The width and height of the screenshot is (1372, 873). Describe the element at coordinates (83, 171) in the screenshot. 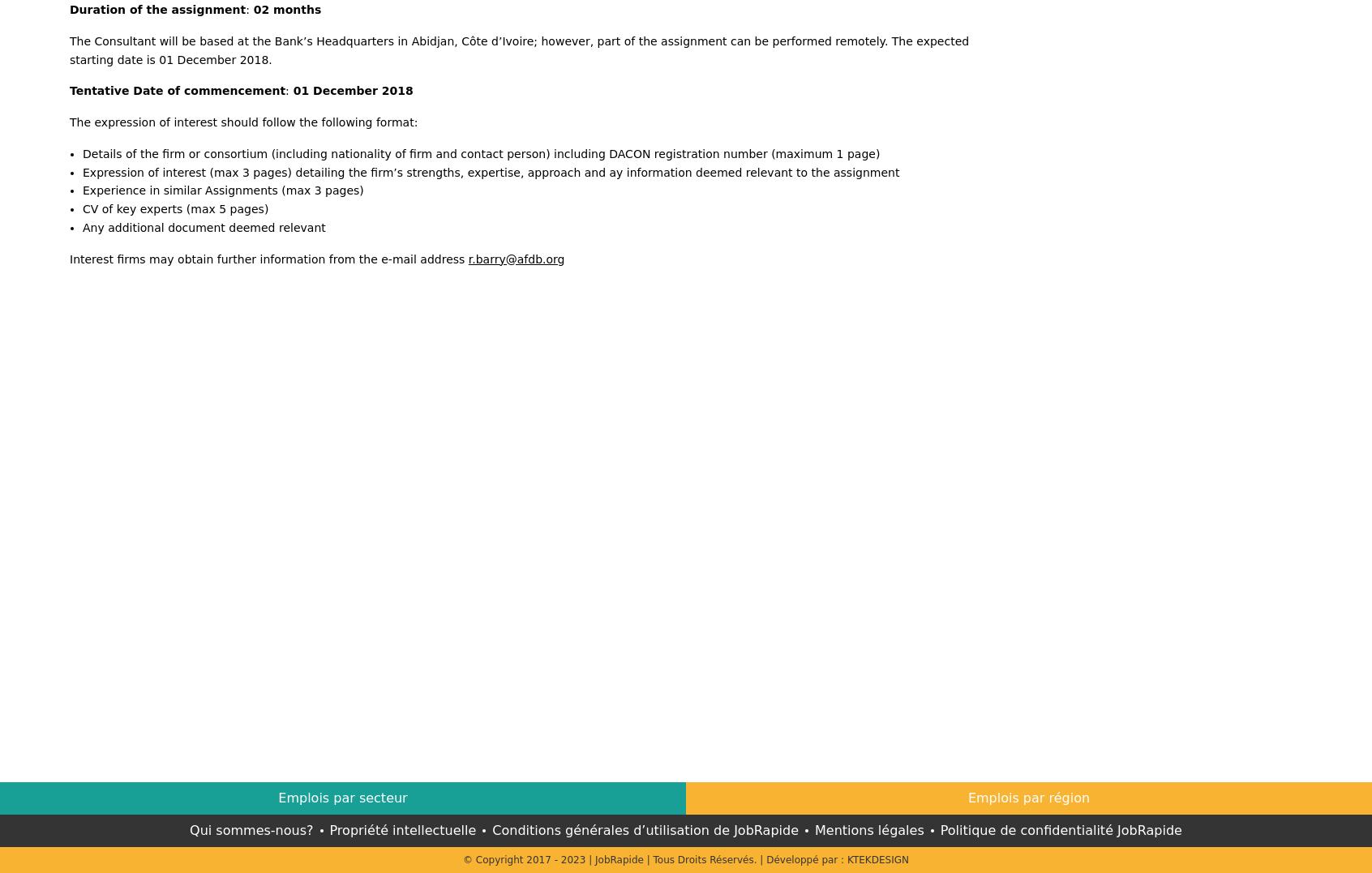

I see `'Expression of interest (max 3 pages) detailing the firm’s strengths, expertise, approach and ay information deemed relevant to the assignment'` at that location.